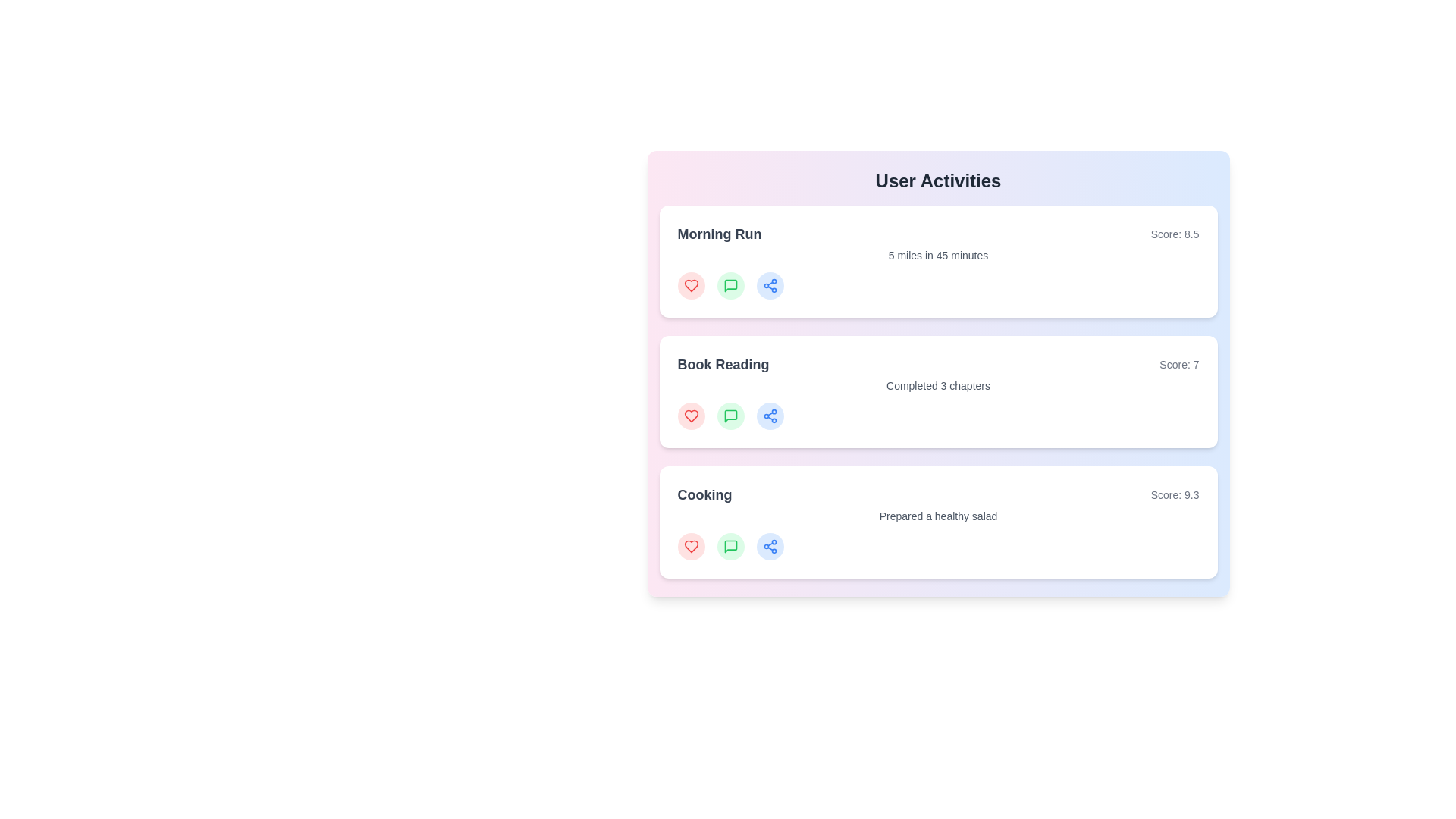 The width and height of the screenshot is (1456, 819). What do you see at coordinates (730, 547) in the screenshot?
I see `'comment' button on the activity card for Cooking` at bounding box center [730, 547].